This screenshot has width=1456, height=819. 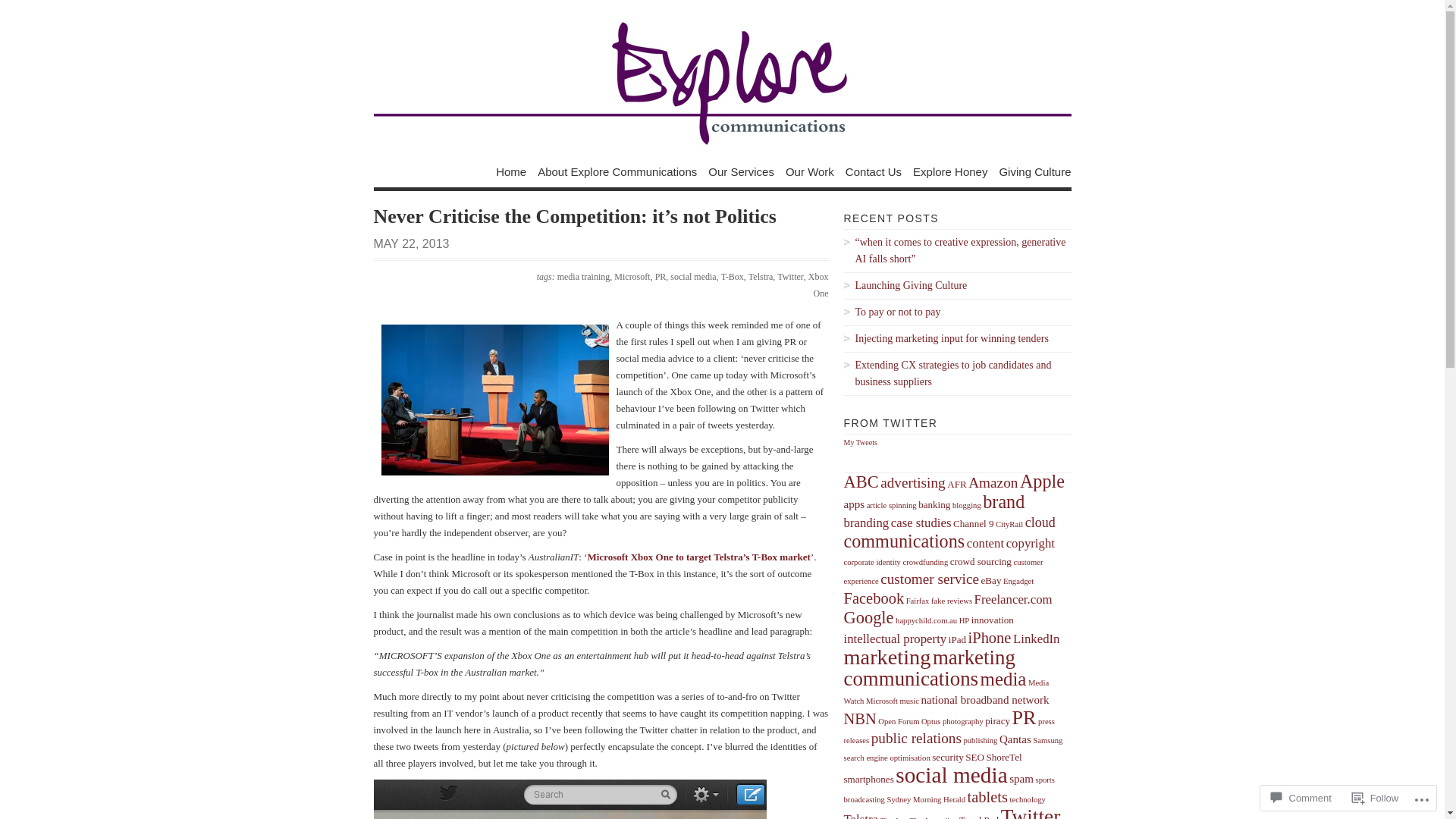 I want to click on 'public relations', so click(x=915, y=737).